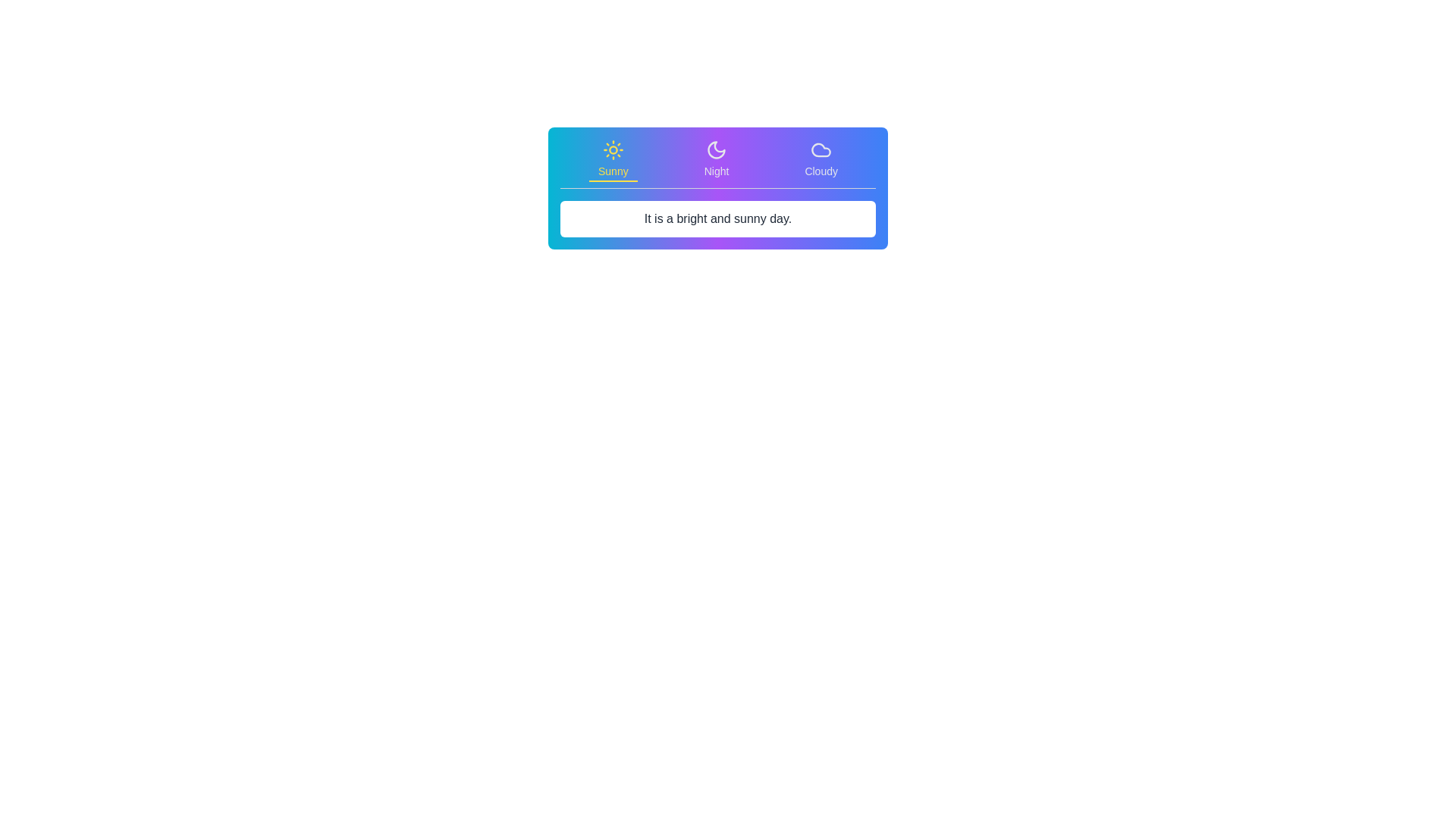  Describe the element at coordinates (613, 171) in the screenshot. I see `the static text label indicating sunny weather condition, which is located beneath the sun icon and above a separator line` at that location.